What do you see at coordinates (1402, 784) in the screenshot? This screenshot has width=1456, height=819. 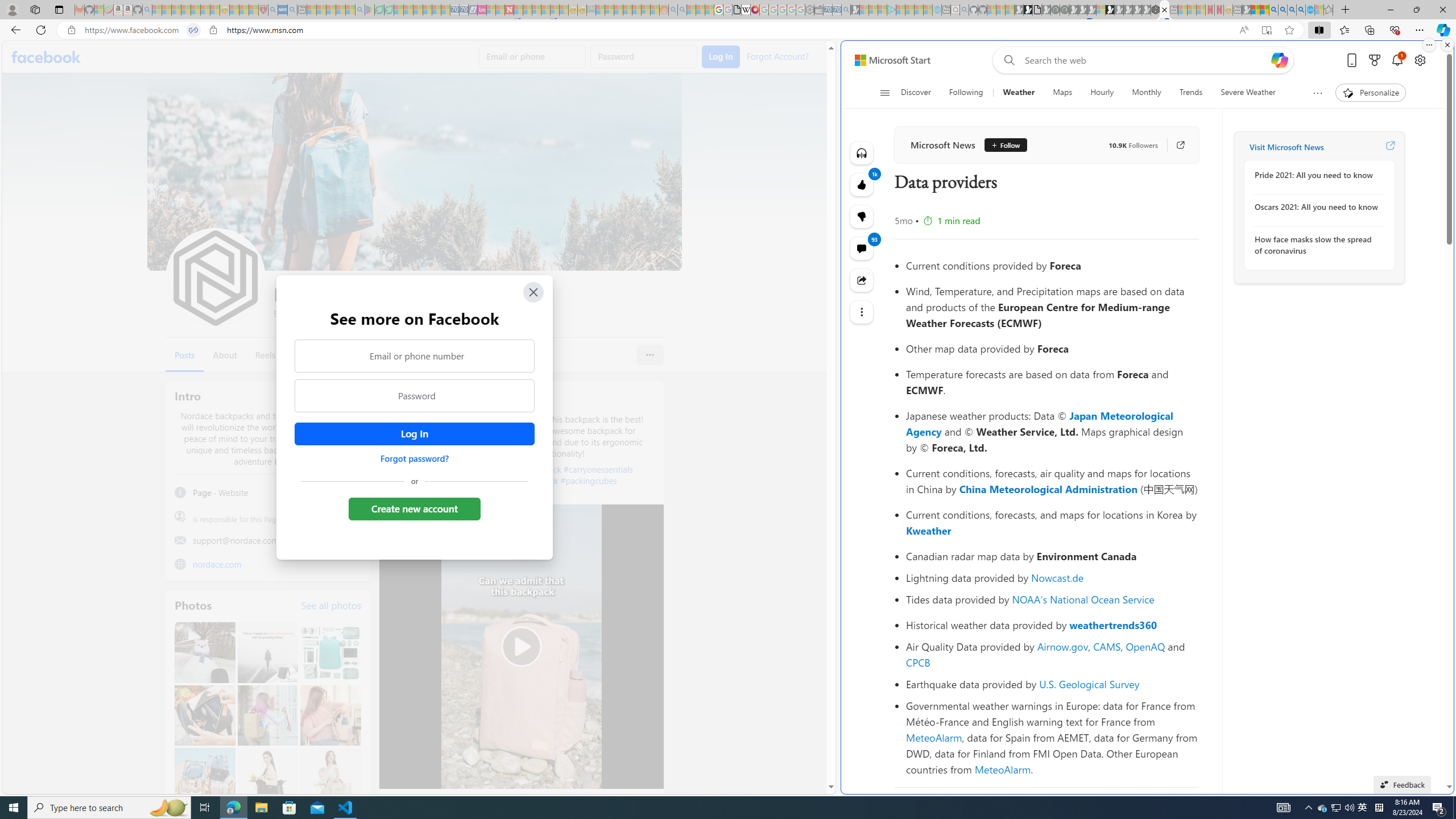 I see `'Feedback'` at bounding box center [1402, 784].